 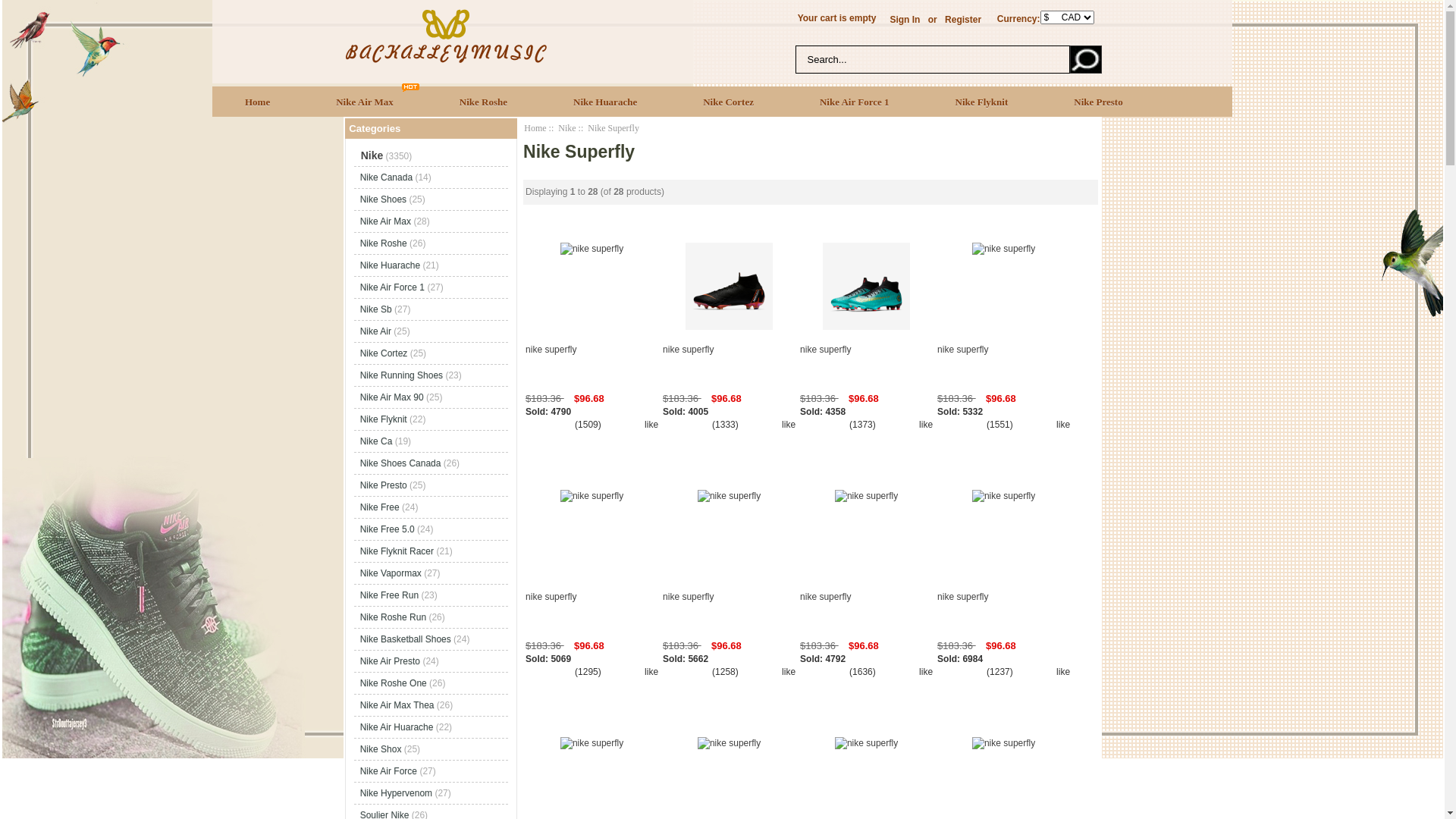 I want to click on 'Home', so click(x=211, y=101).